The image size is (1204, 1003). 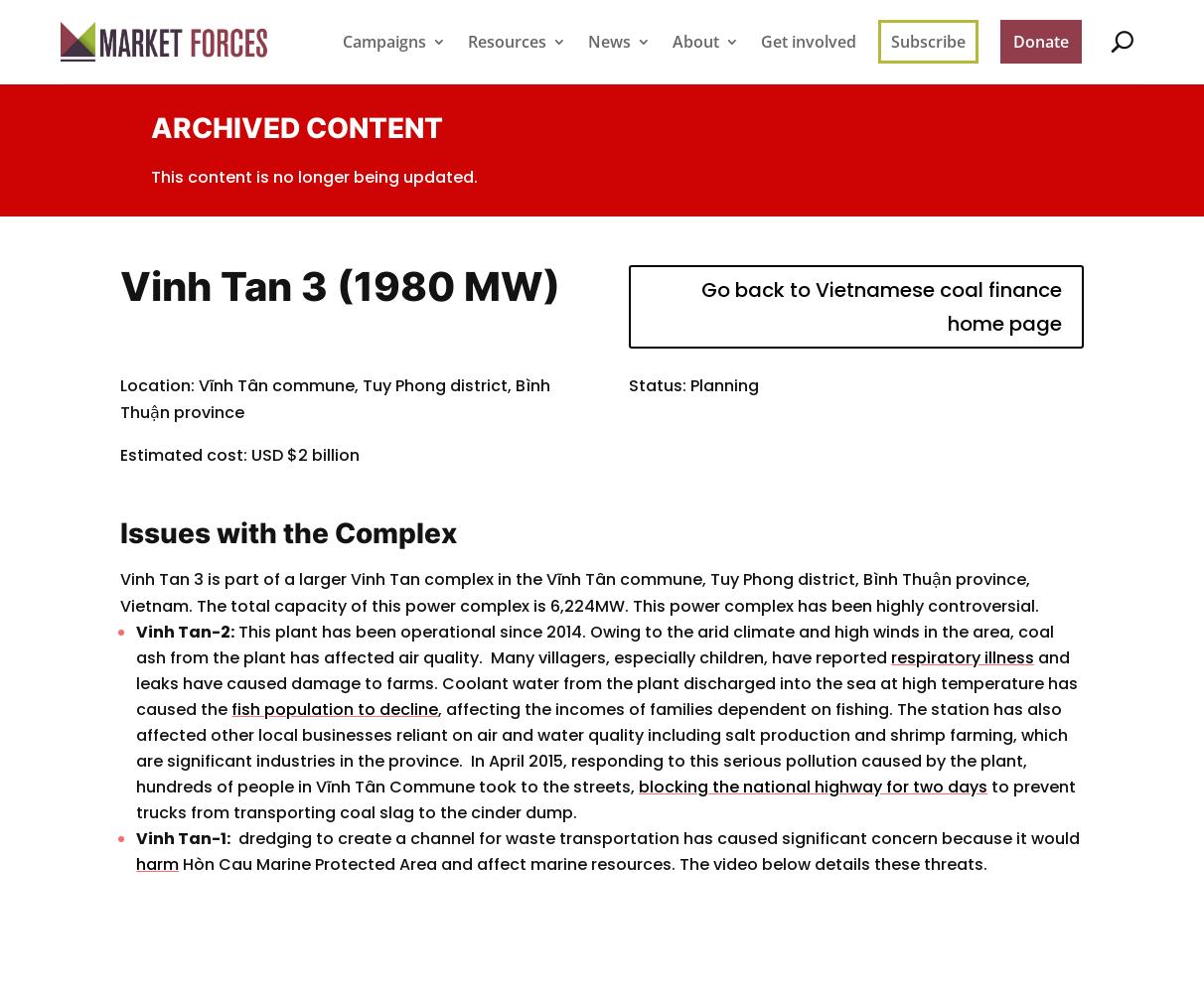 What do you see at coordinates (135, 837) in the screenshot?
I see `'Vinh Tan-1:'` at bounding box center [135, 837].